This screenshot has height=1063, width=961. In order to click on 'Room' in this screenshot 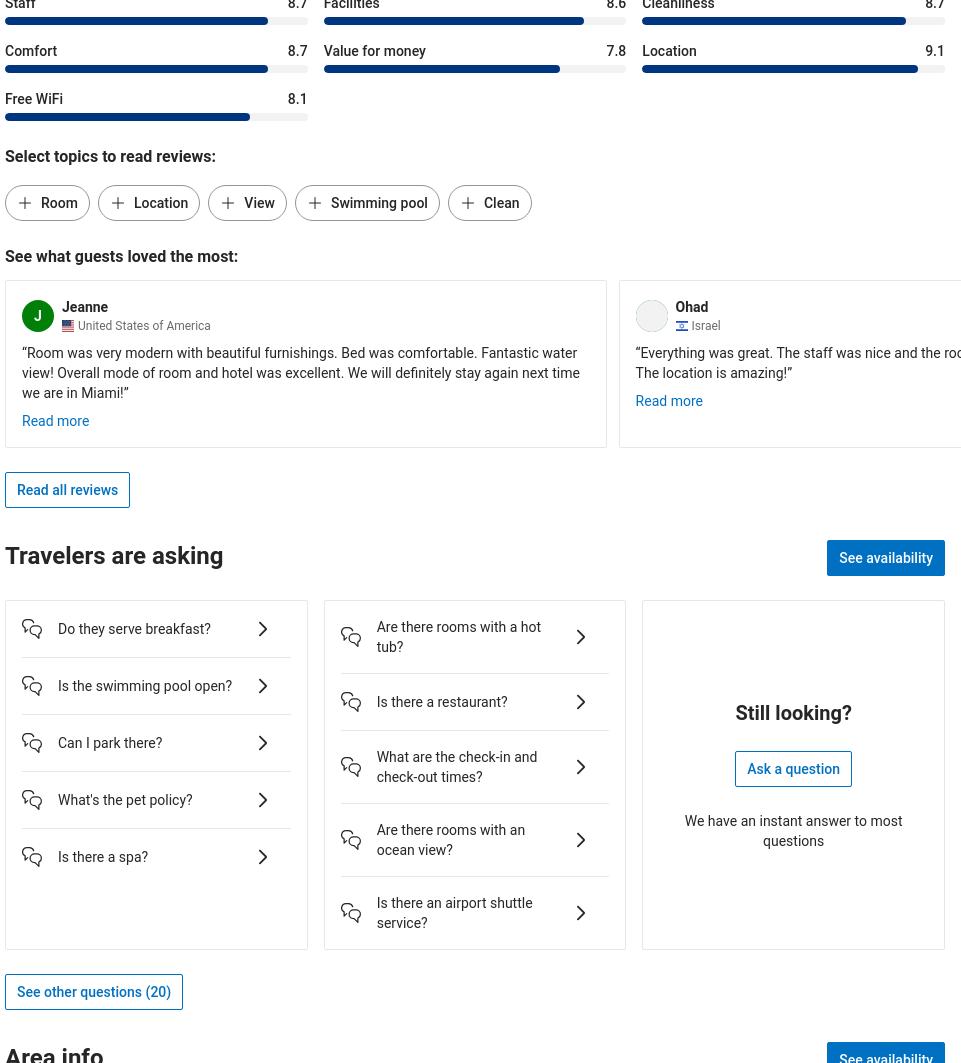, I will do `click(59, 201)`.